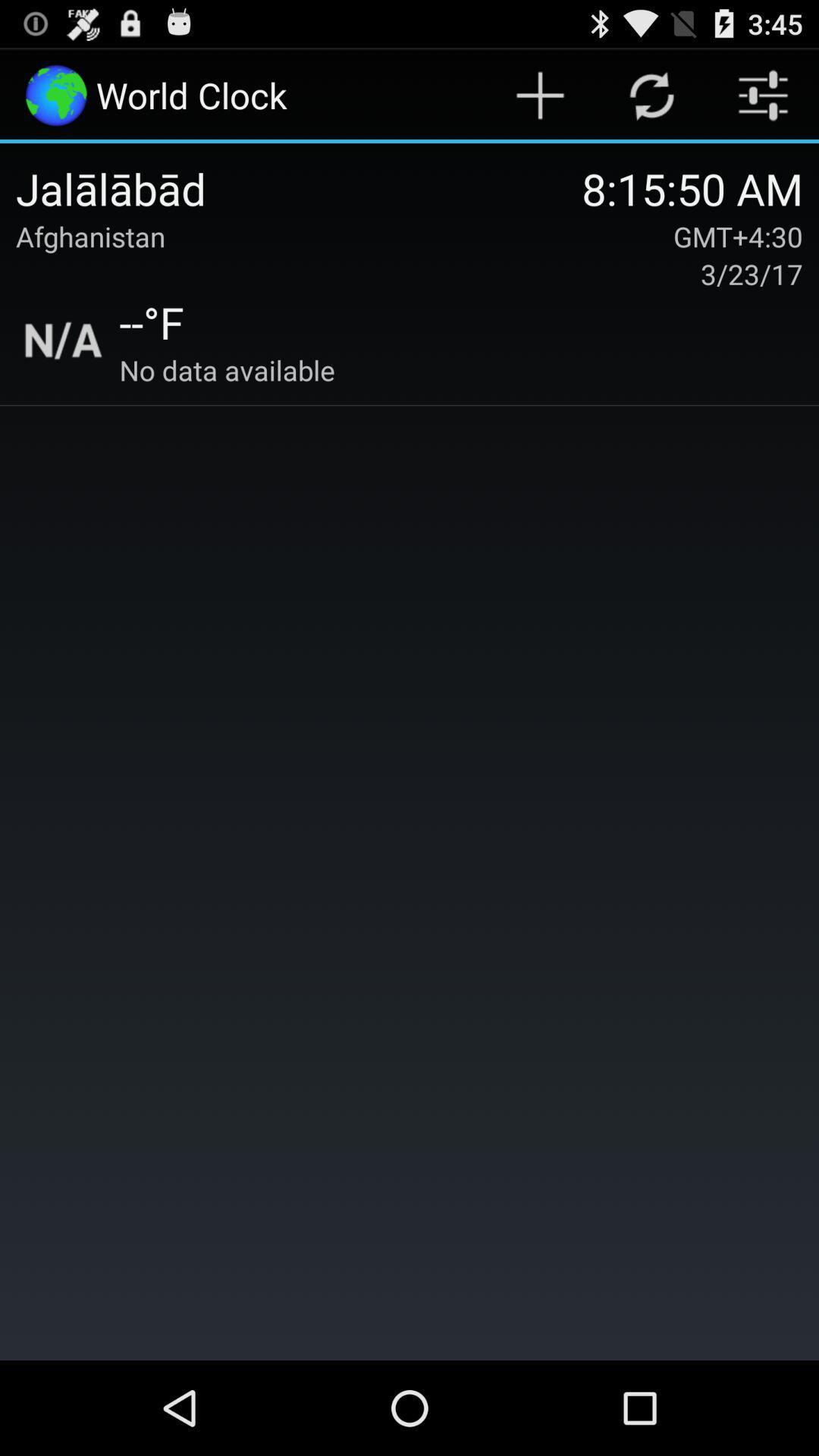 The width and height of the screenshot is (819, 1456). Describe the element at coordinates (63, 340) in the screenshot. I see `the icon below afghanistan` at that location.